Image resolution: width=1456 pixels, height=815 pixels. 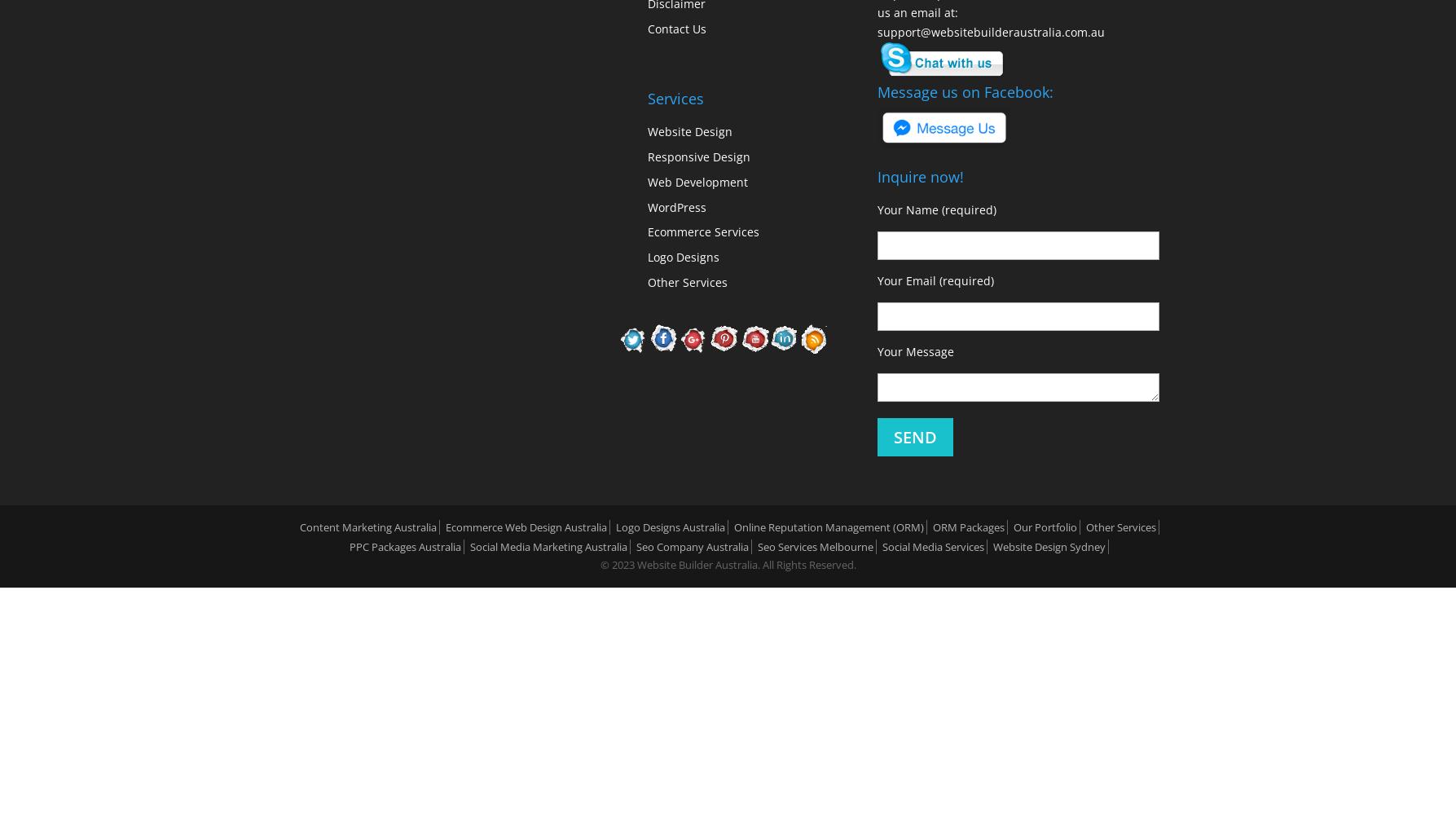 What do you see at coordinates (600, 564) in the screenshot?
I see `'© 2023 Website Builder Australia. All Rights Reserved.'` at bounding box center [600, 564].